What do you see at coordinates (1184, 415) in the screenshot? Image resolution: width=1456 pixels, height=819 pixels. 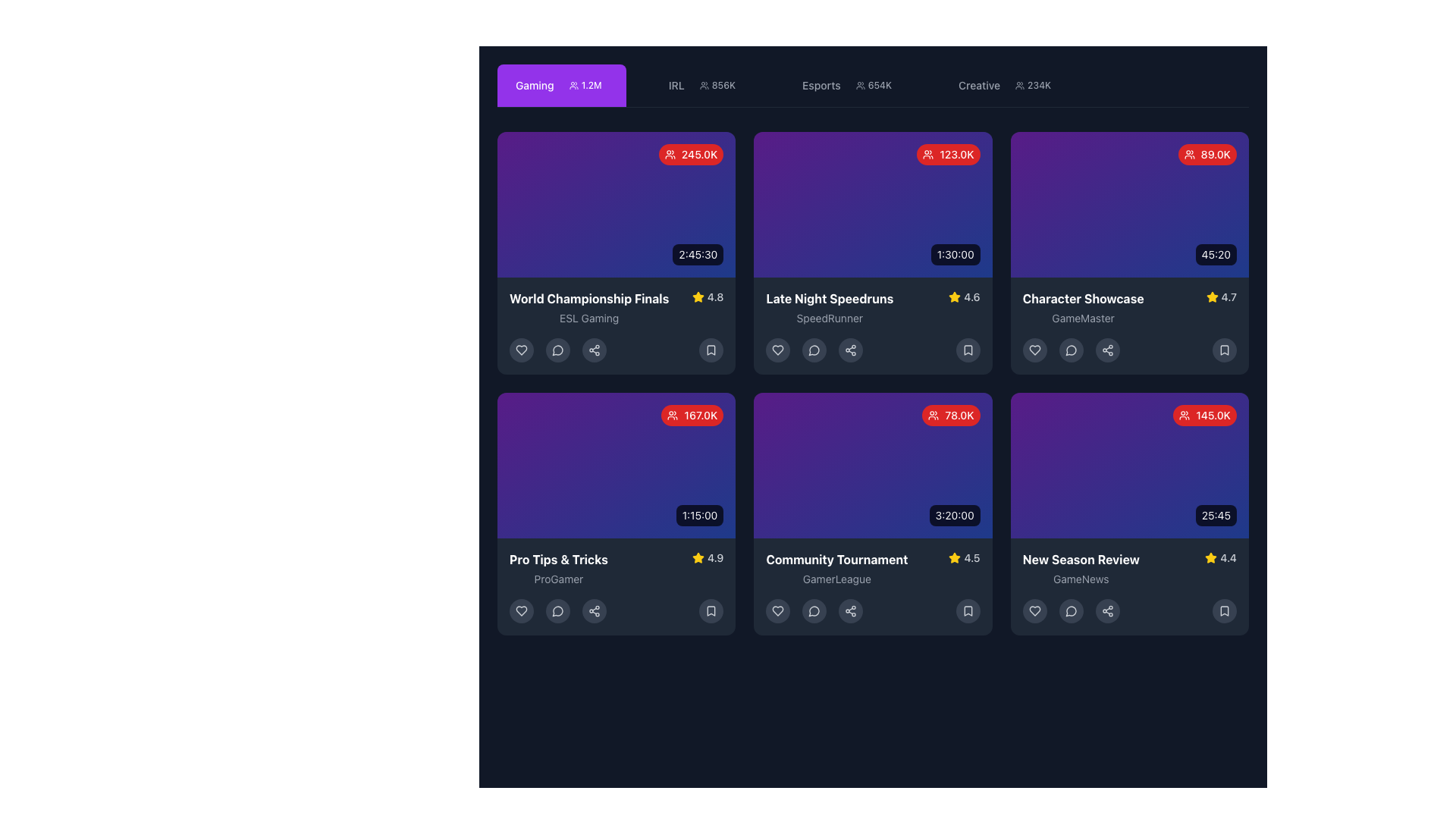 I see `the SVG icon of people located inside a red badge with the text '145.0K' at the top-right corner of the card labeled 'New Season Review'` at bounding box center [1184, 415].